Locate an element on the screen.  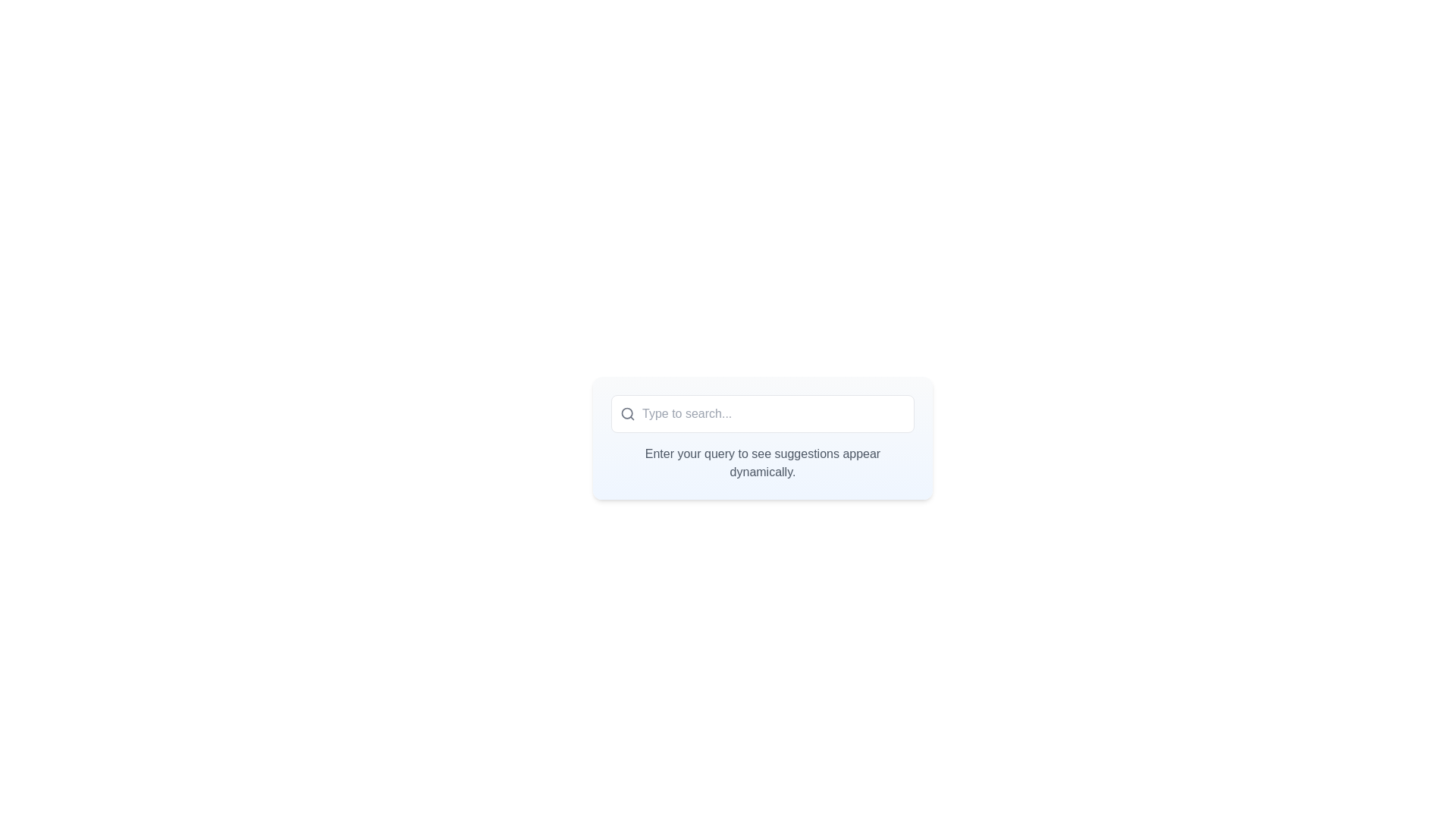
the search functionality icon located on the left side of the search bar is located at coordinates (628, 414).